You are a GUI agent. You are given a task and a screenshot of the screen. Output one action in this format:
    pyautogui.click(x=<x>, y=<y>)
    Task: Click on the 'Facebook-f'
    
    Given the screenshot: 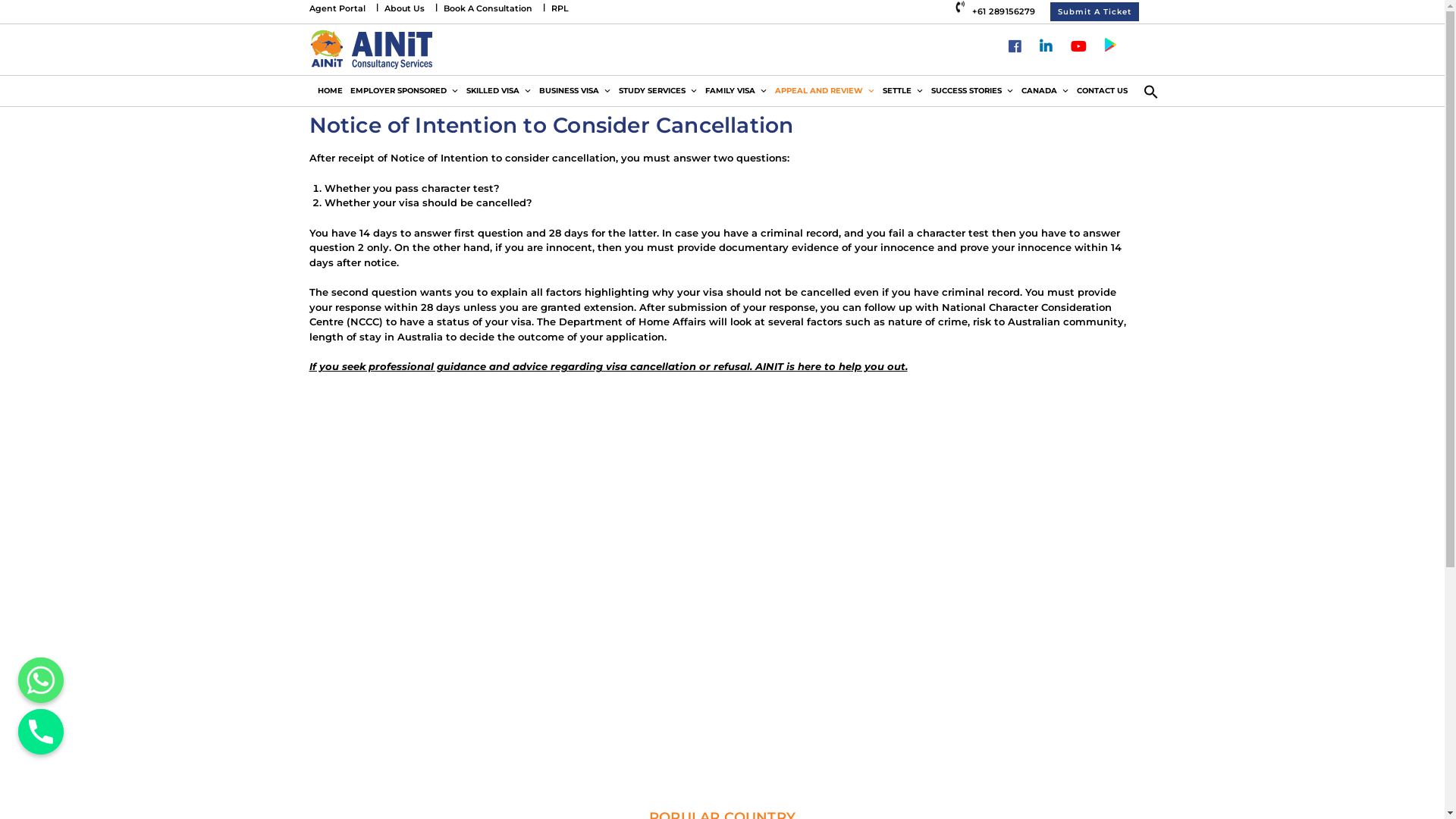 What is the action you would take?
    pyautogui.click(x=1015, y=46)
    